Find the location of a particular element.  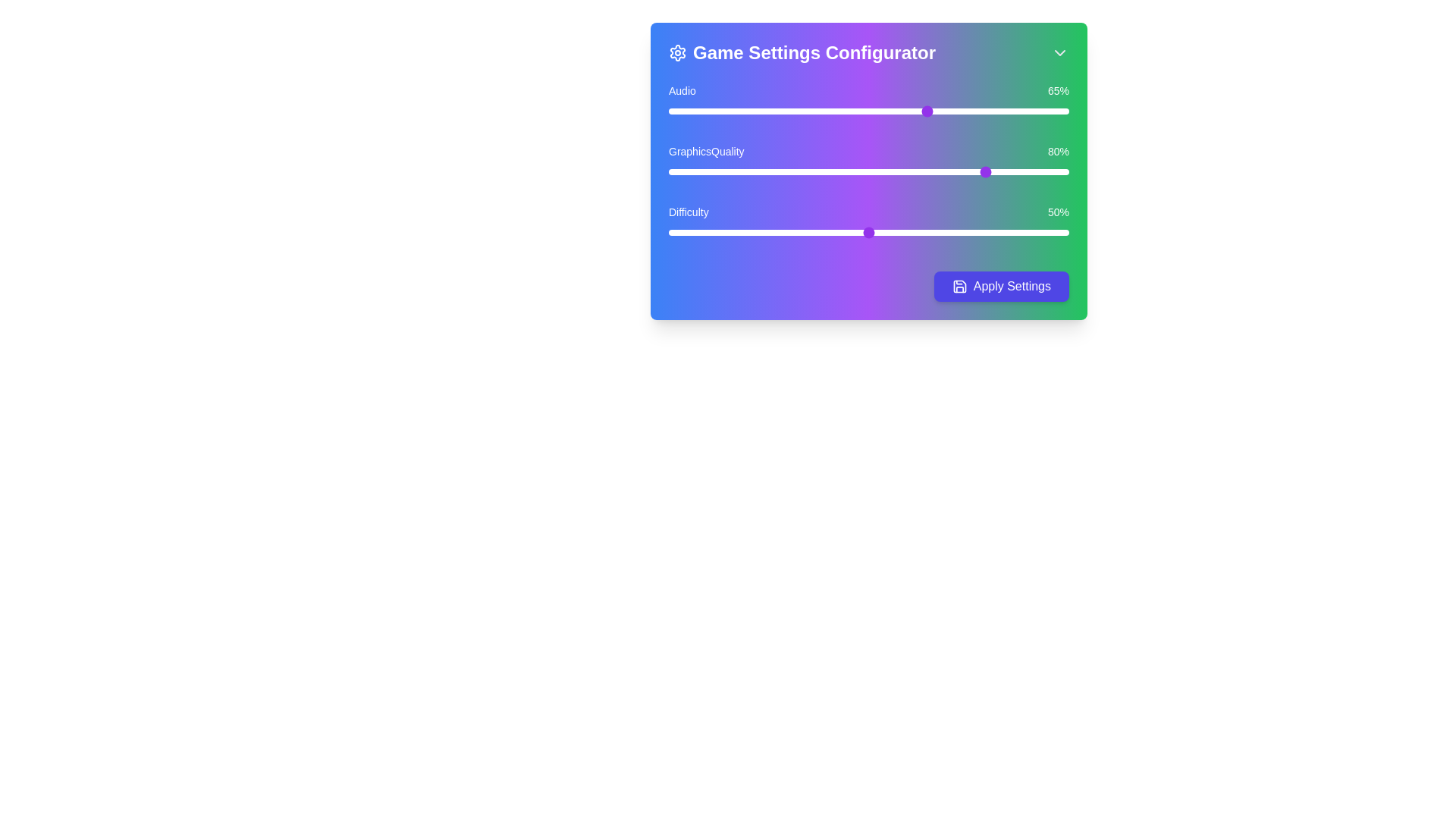

the difficulty slider is located at coordinates (736, 233).